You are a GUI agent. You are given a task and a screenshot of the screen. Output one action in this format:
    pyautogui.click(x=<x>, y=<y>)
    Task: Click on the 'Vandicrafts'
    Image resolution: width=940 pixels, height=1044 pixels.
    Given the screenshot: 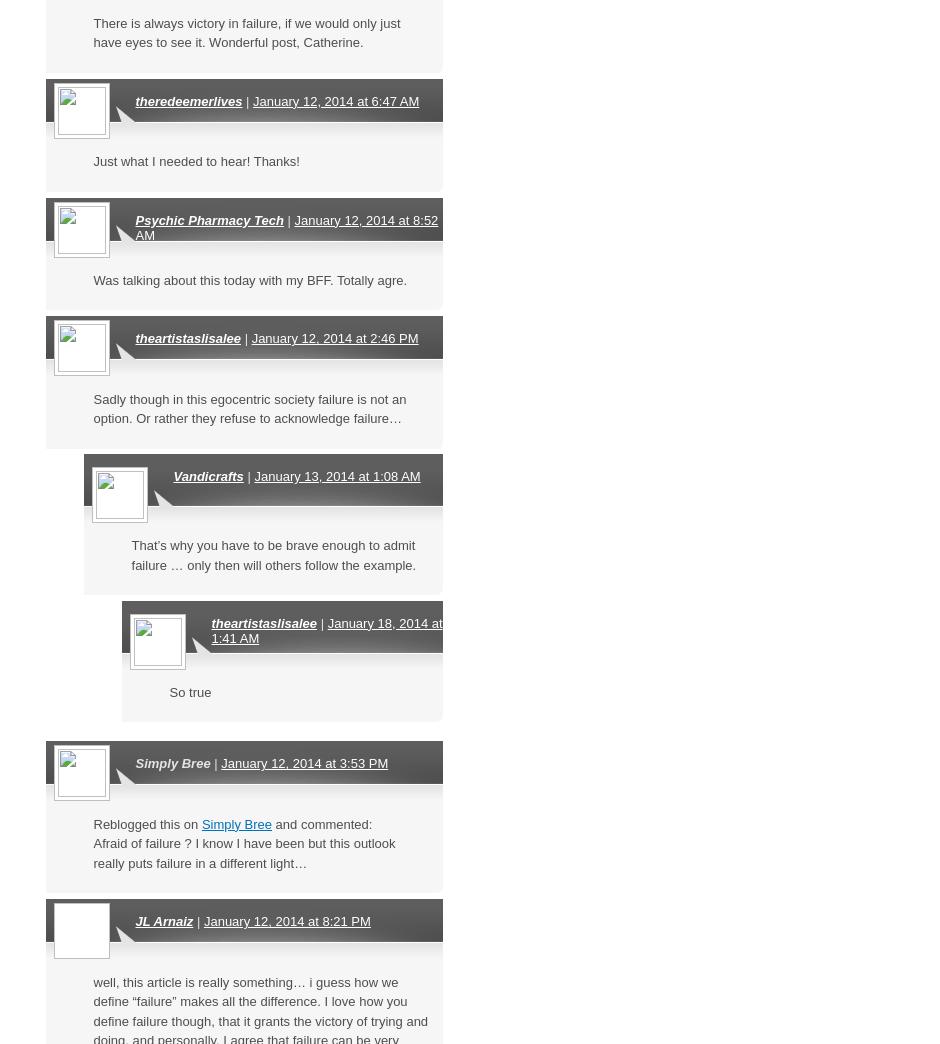 What is the action you would take?
    pyautogui.click(x=207, y=476)
    